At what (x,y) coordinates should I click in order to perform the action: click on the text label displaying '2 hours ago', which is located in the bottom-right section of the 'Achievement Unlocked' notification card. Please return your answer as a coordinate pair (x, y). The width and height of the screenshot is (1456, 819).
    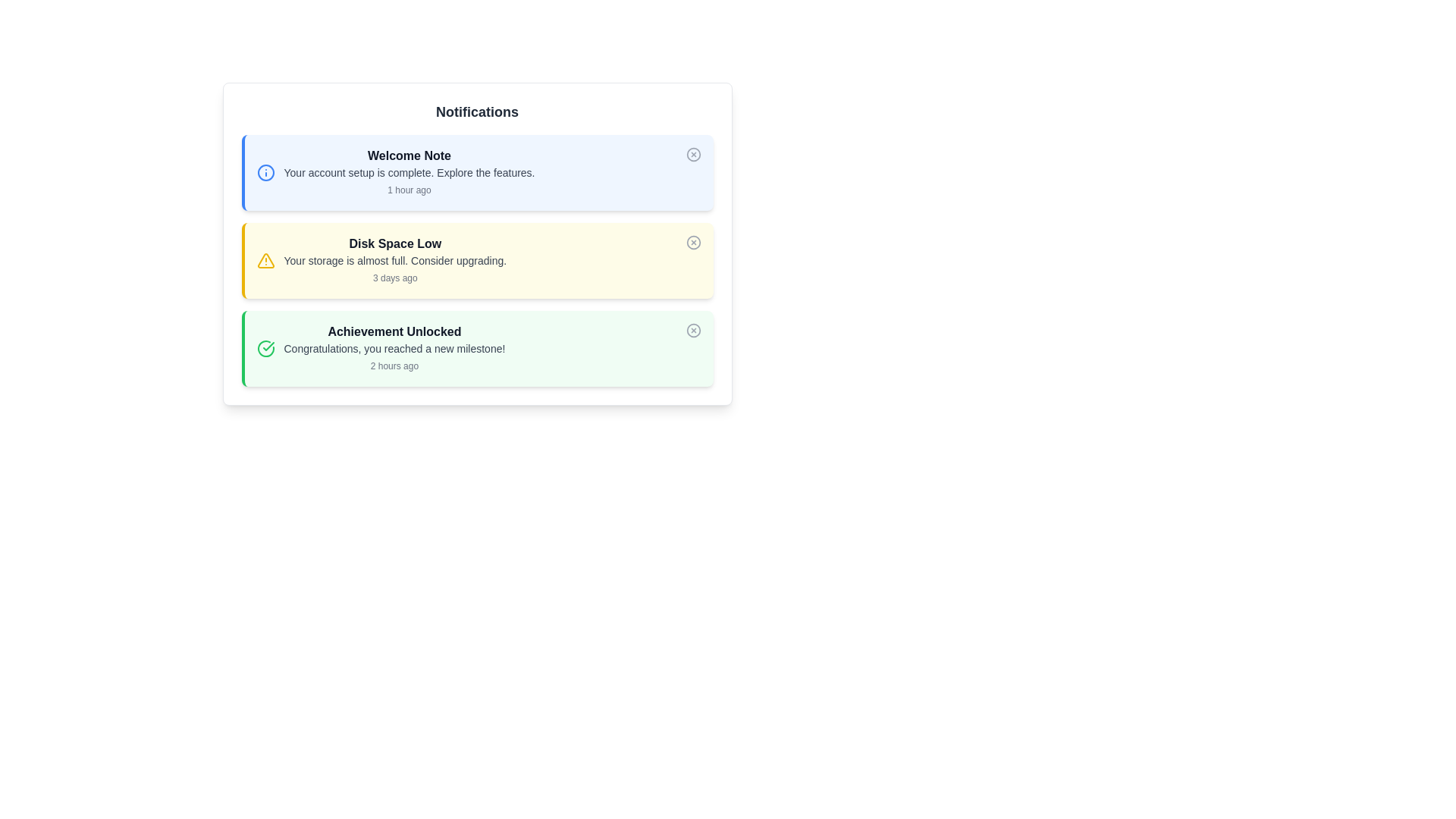
    Looking at the image, I should click on (394, 366).